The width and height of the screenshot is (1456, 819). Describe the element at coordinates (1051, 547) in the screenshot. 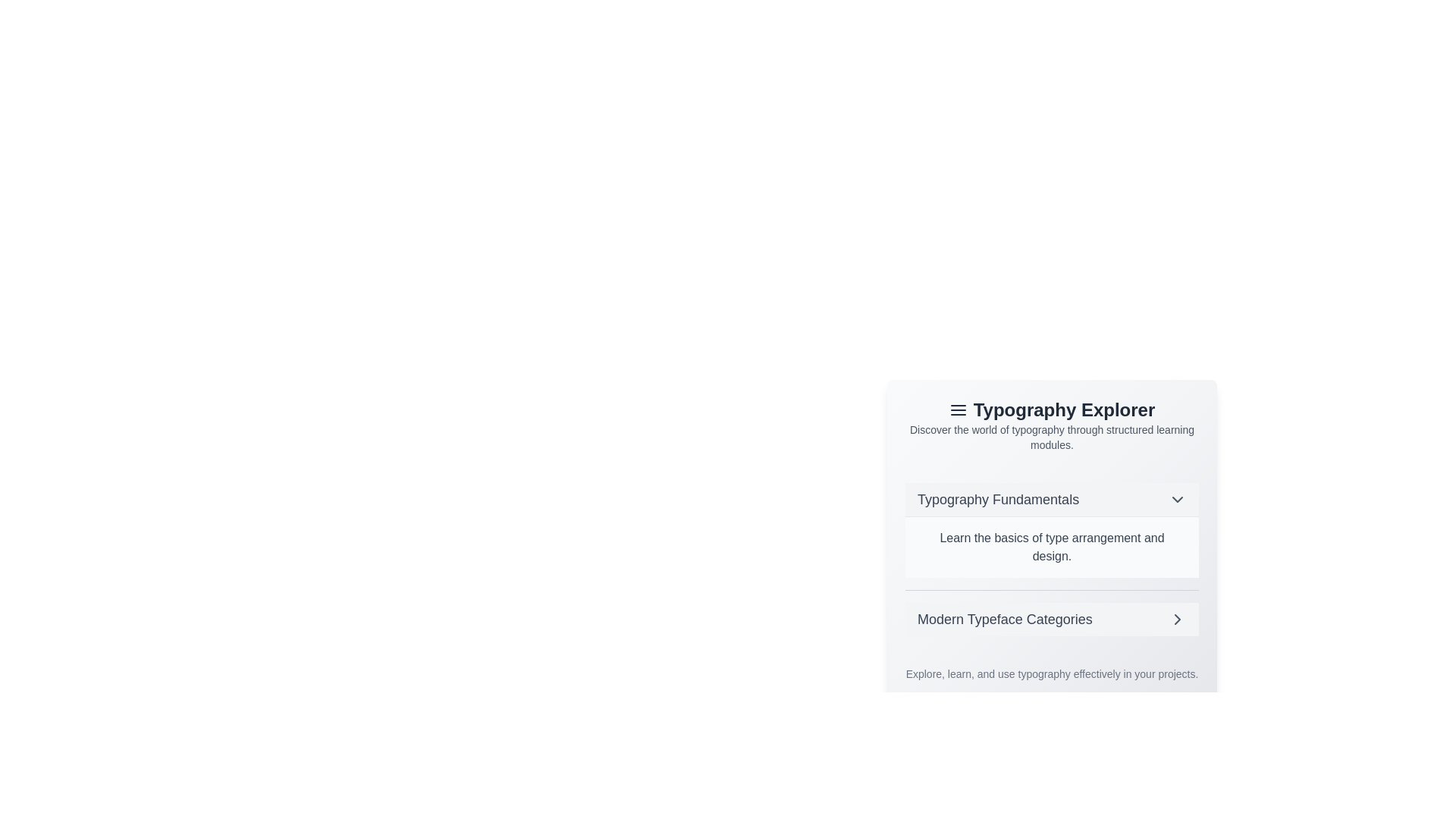

I see `the text block that says 'Learn the basics of type arrangement and design.' located beneath the 'Typography Fundamentals' section in the 'Typography Explorer' panel` at that location.